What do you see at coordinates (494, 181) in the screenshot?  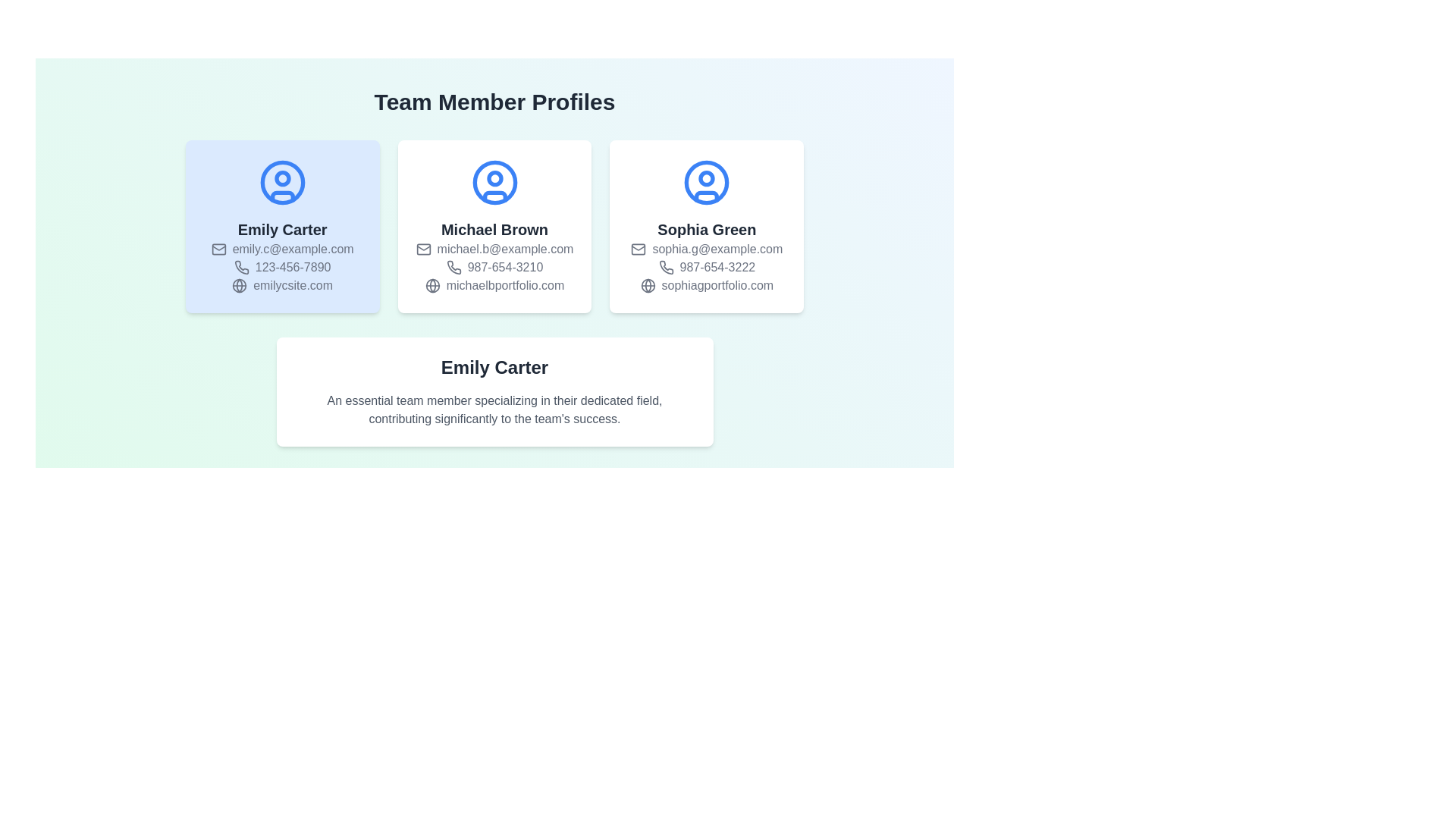 I see `the decorative circular icon with a blue outline in the user profile representation for 'Michael Brown', located at the center of the card's top half` at bounding box center [494, 181].